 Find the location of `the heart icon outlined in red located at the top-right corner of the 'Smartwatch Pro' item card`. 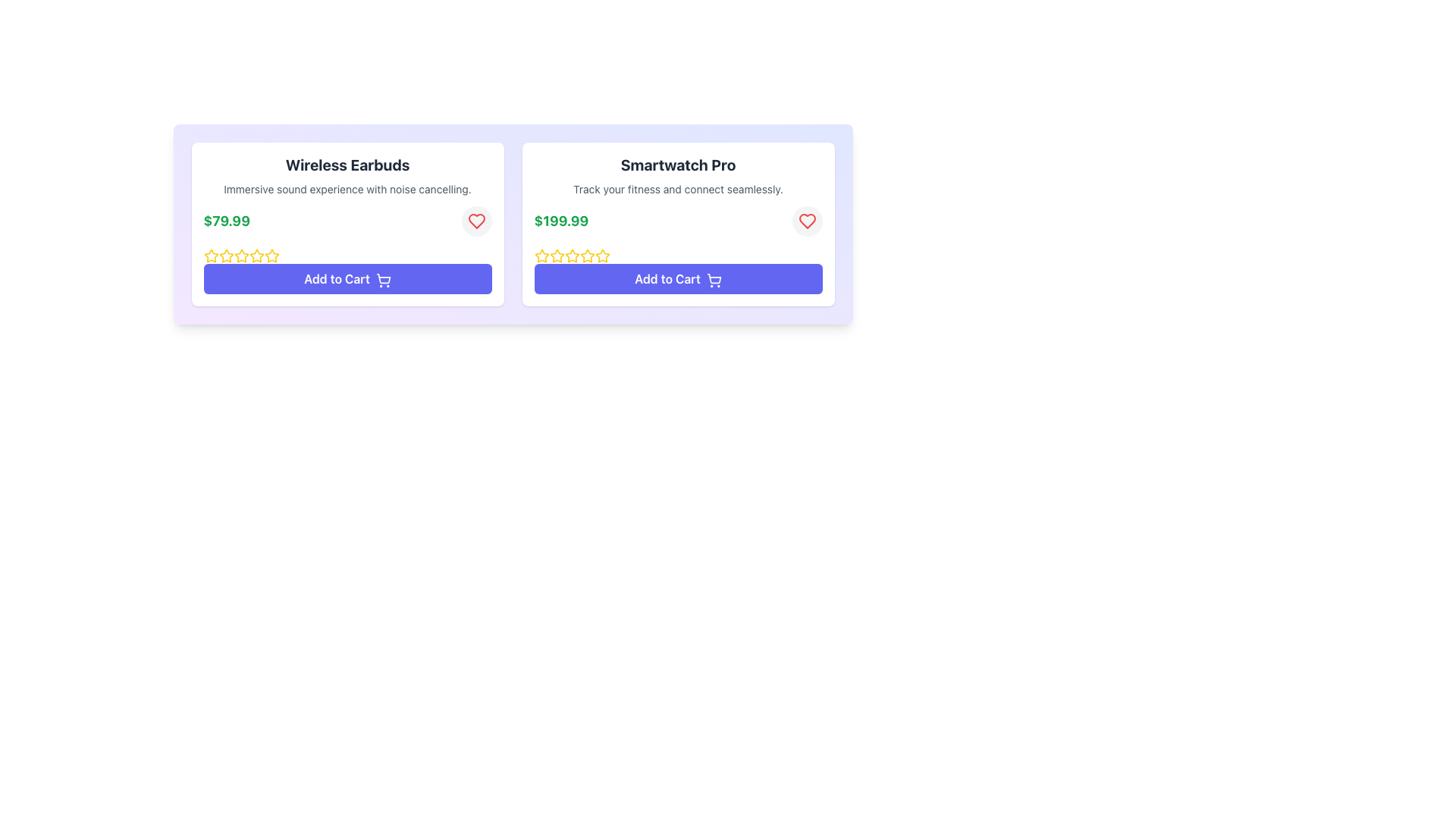

the heart icon outlined in red located at the top-right corner of the 'Smartwatch Pro' item card is located at coordinates (475, 221).